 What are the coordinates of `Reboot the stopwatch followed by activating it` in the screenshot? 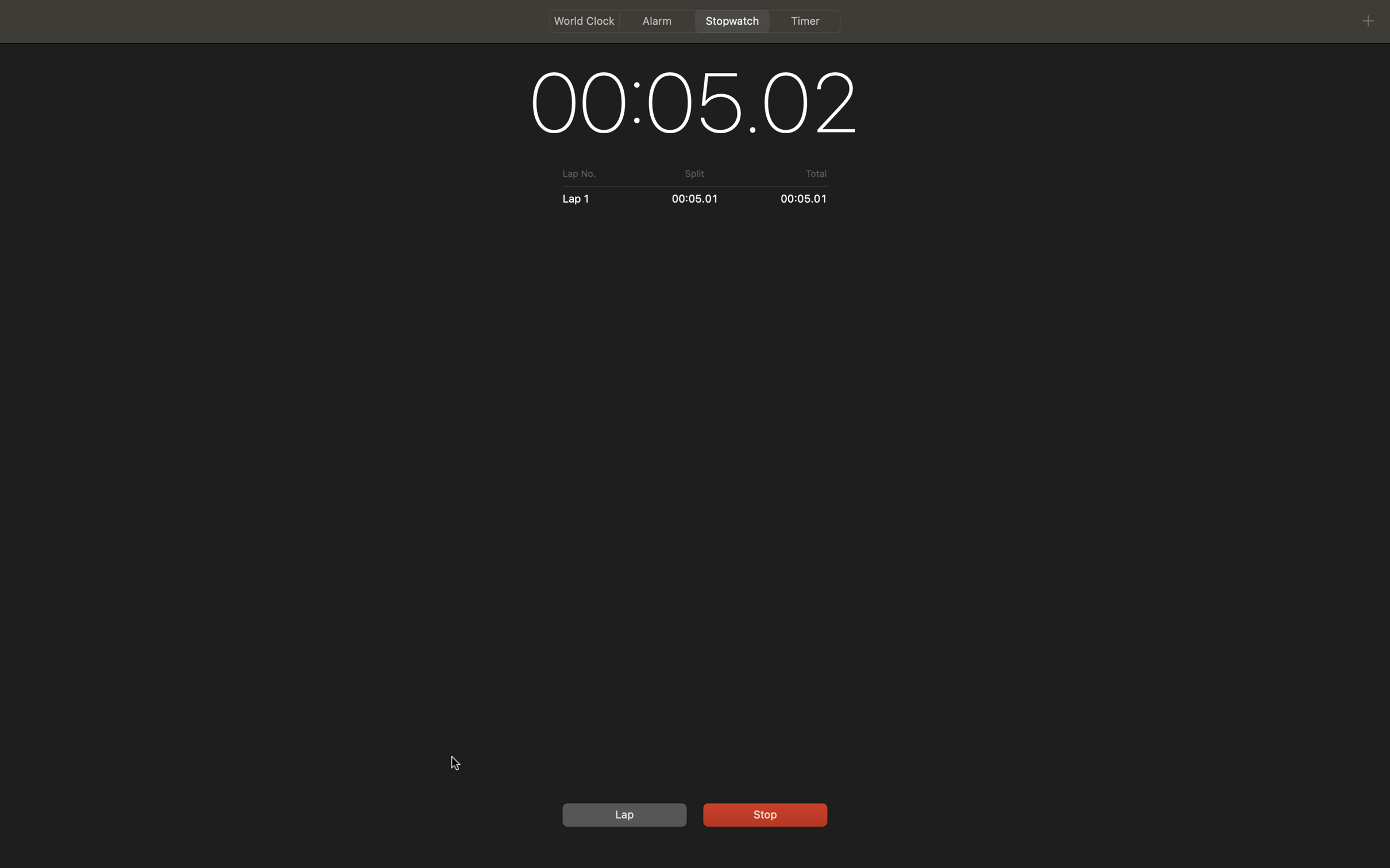 It's located at (622, 814).